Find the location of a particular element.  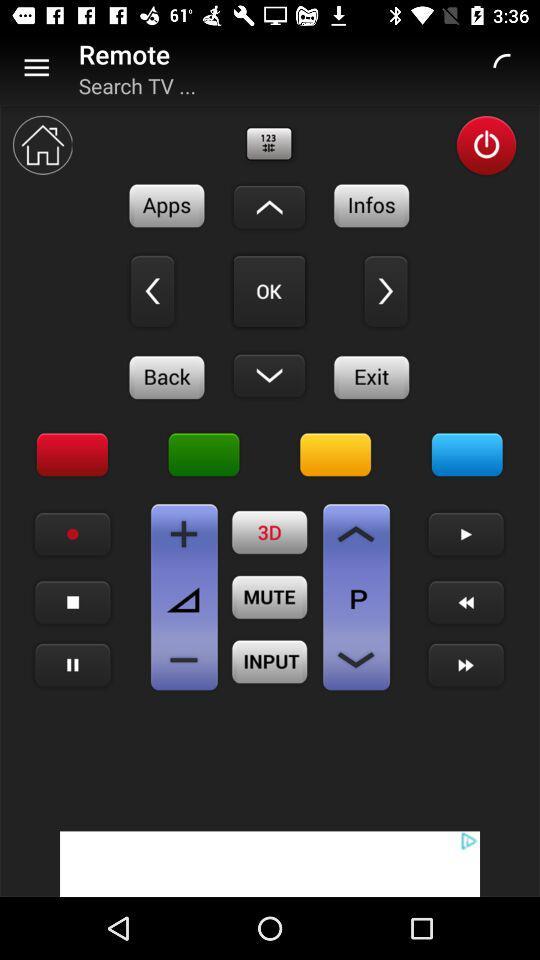

down arrow is located at coordinates (269, 207).